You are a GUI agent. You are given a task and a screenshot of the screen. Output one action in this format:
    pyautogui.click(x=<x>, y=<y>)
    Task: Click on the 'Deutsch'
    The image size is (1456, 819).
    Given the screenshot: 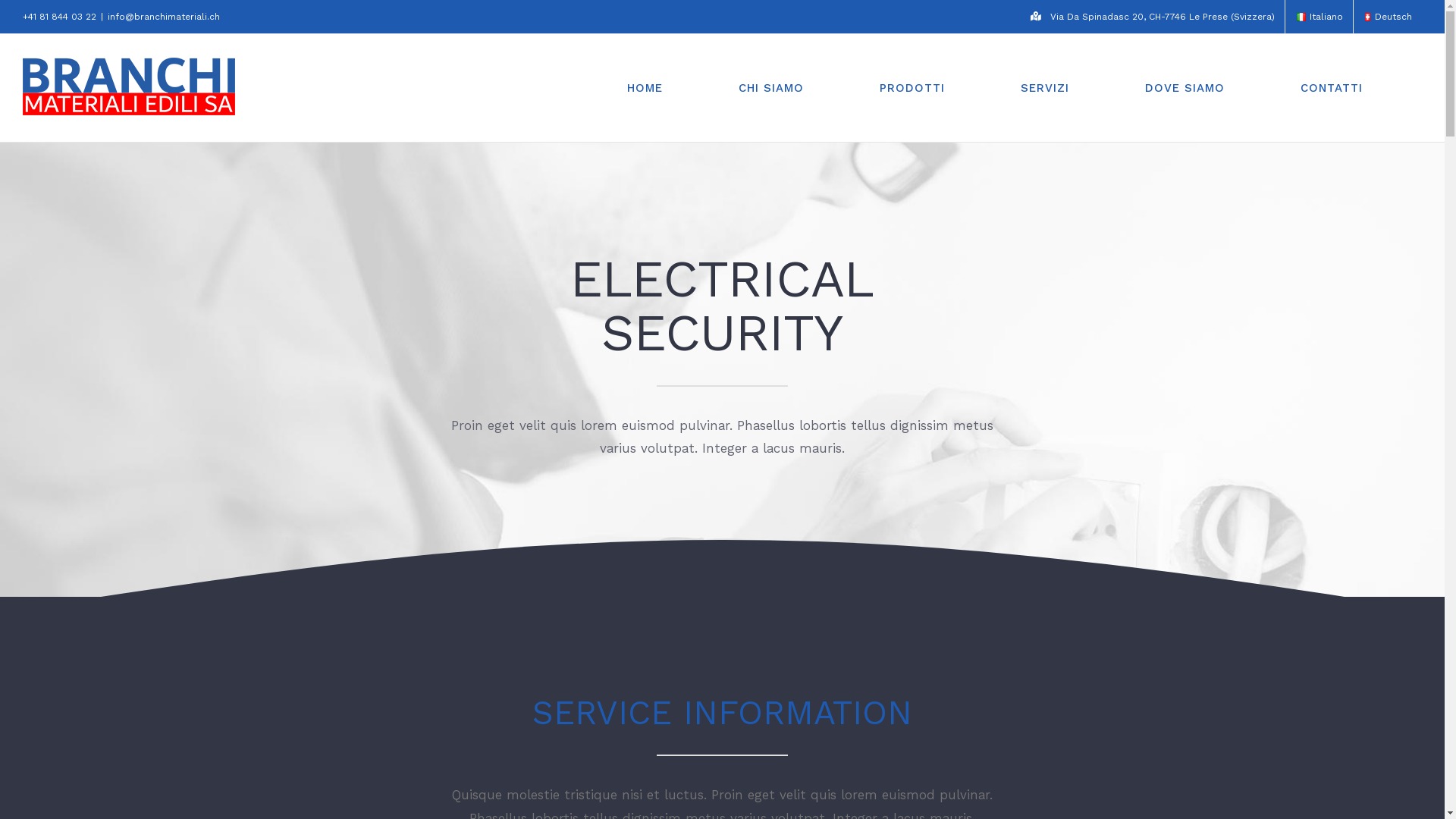 What is the action you would take?
    pyautogui.click(x=1367, y=17)
    